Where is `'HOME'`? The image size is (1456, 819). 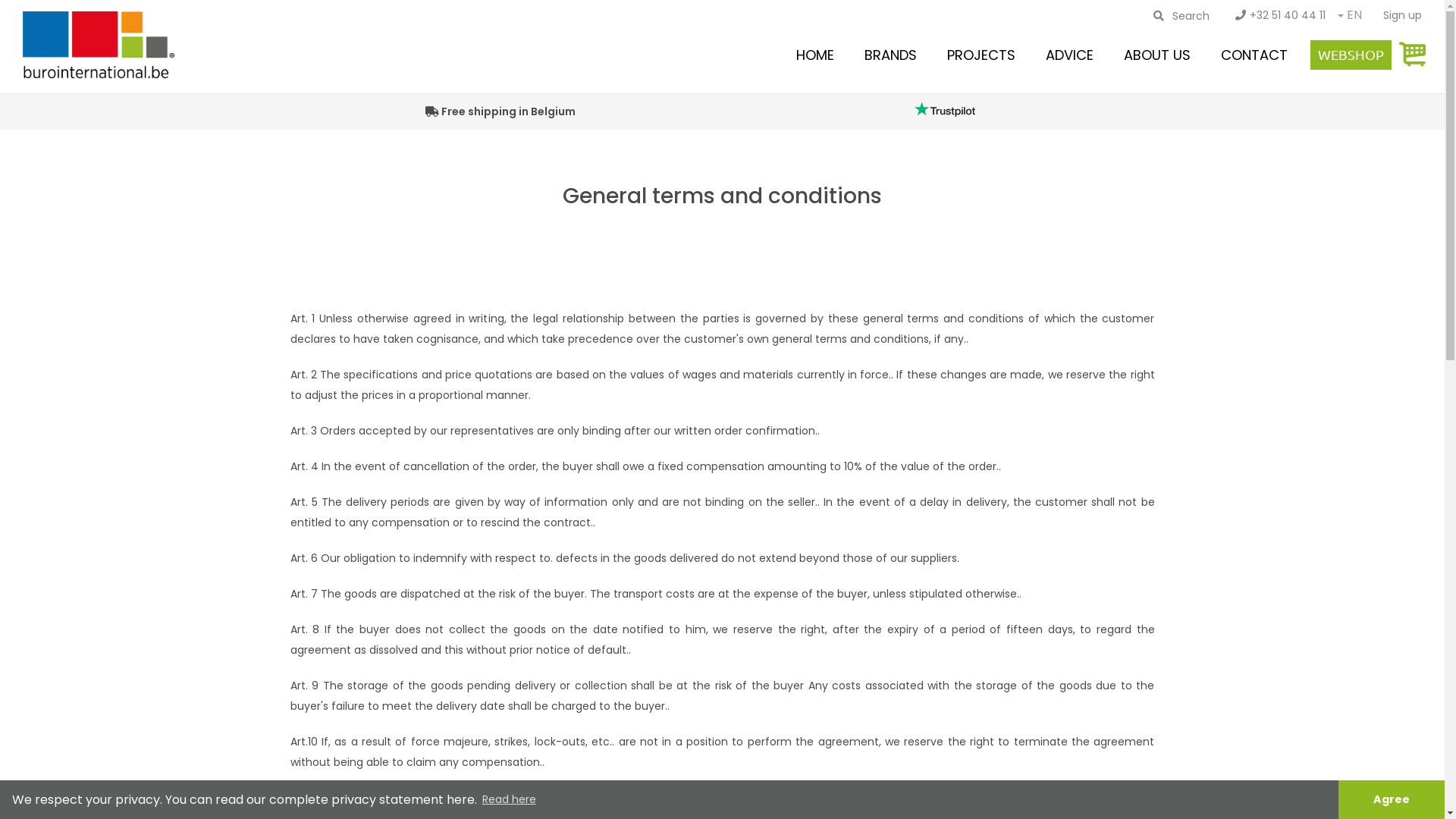
'HOME' is located at coordinates (814, 54).